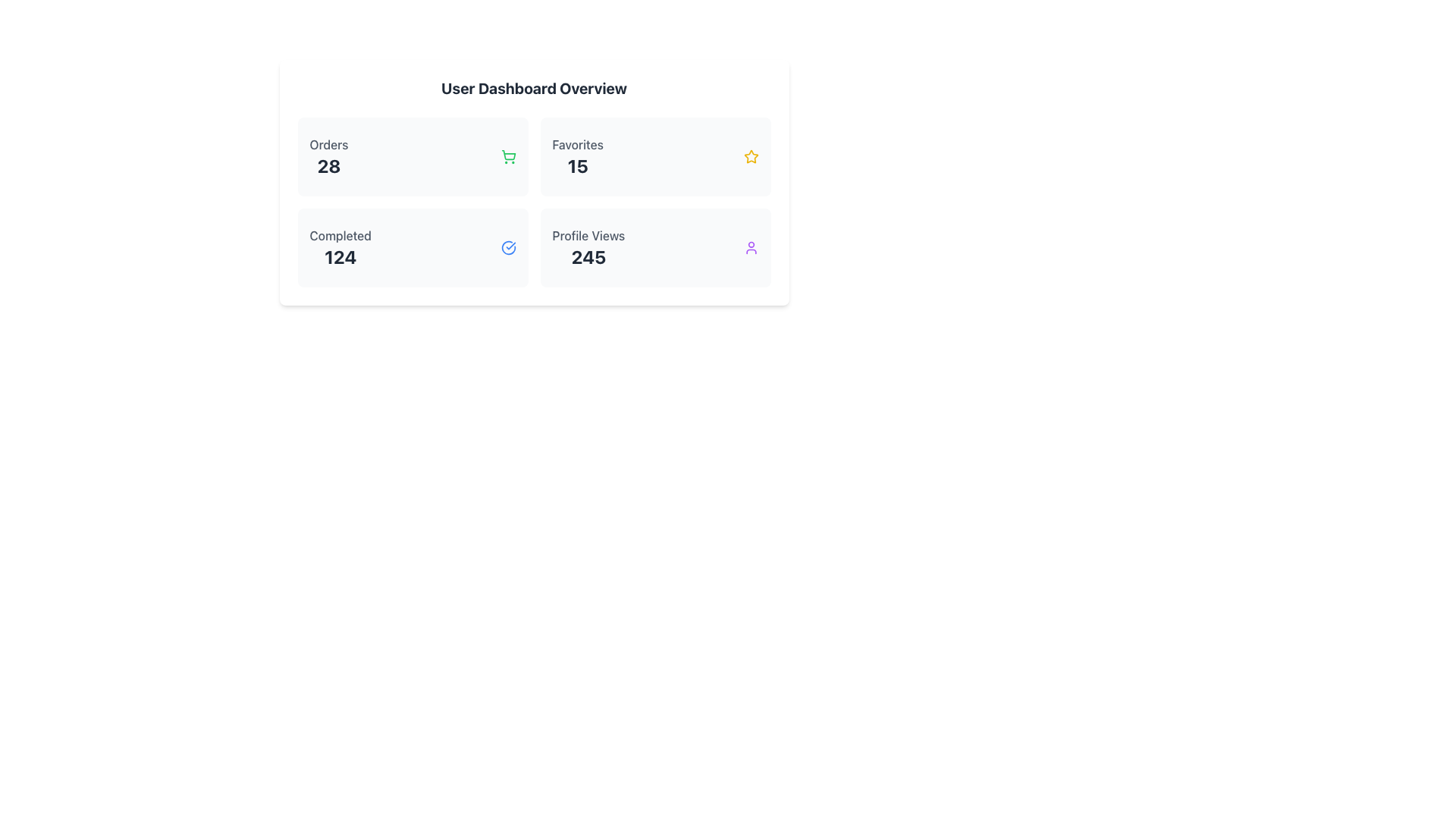 This screenshot has height=819, width=1456. Describe the element at coordinates (340, 236) in the screenshot. I see `the Text Label that indicates the category of the numeric value '124' located on the left side of the second row of the dashboard overview panel` at that location.